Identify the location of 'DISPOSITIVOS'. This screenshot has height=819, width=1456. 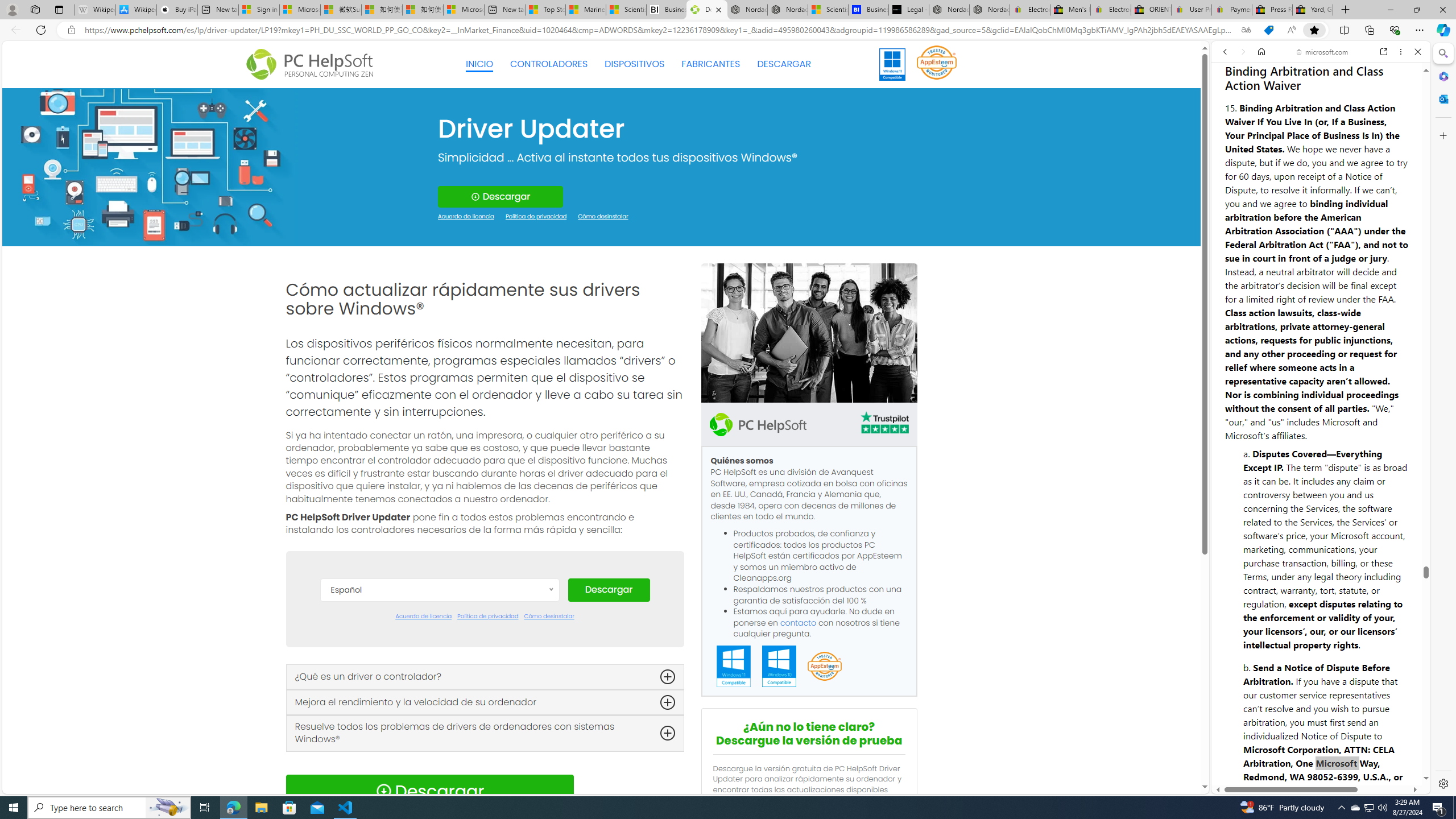
(635, 64).